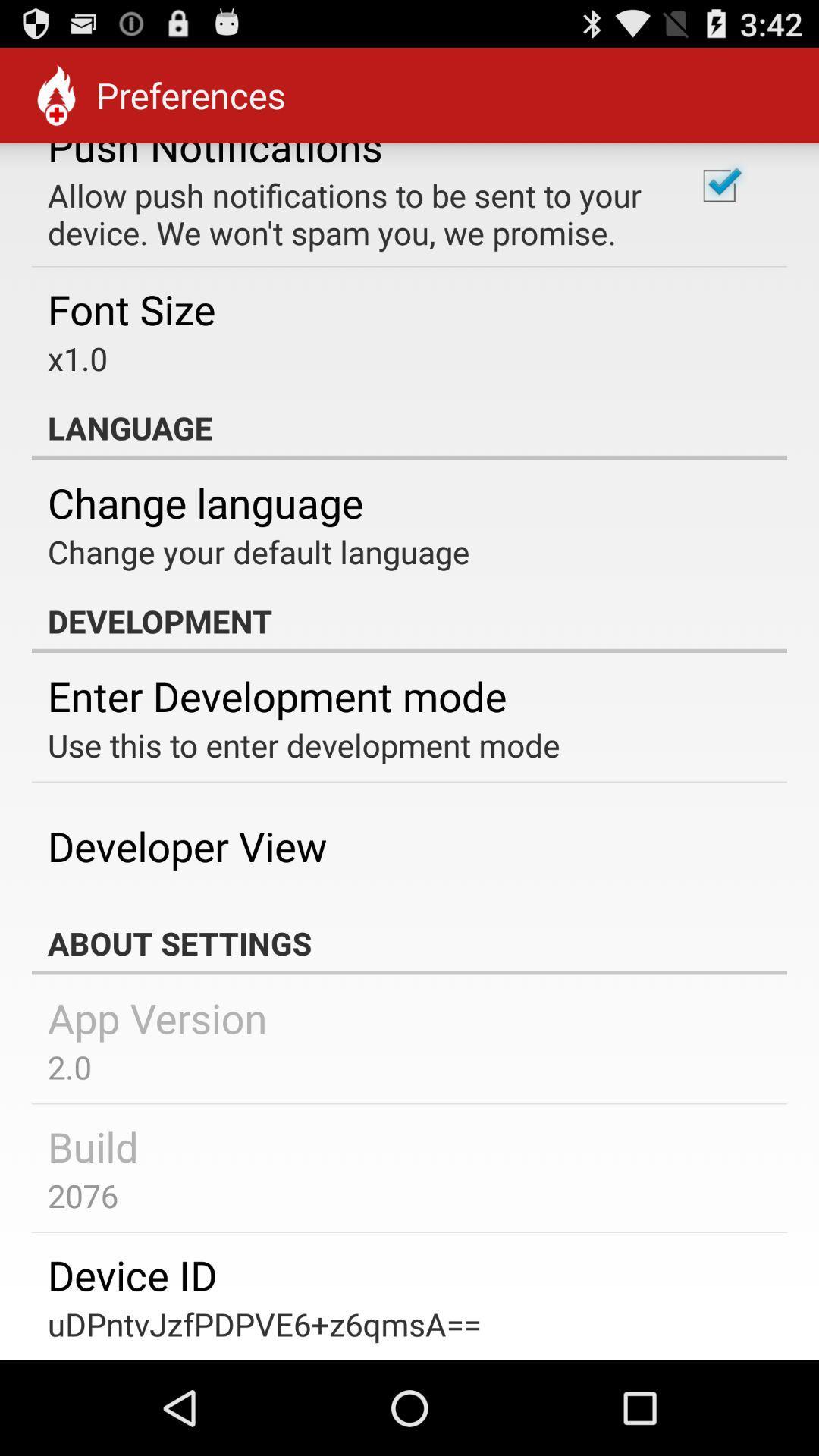 This screenshot has width=819, height=1456. I want to click on about settings, so click(409, 942).